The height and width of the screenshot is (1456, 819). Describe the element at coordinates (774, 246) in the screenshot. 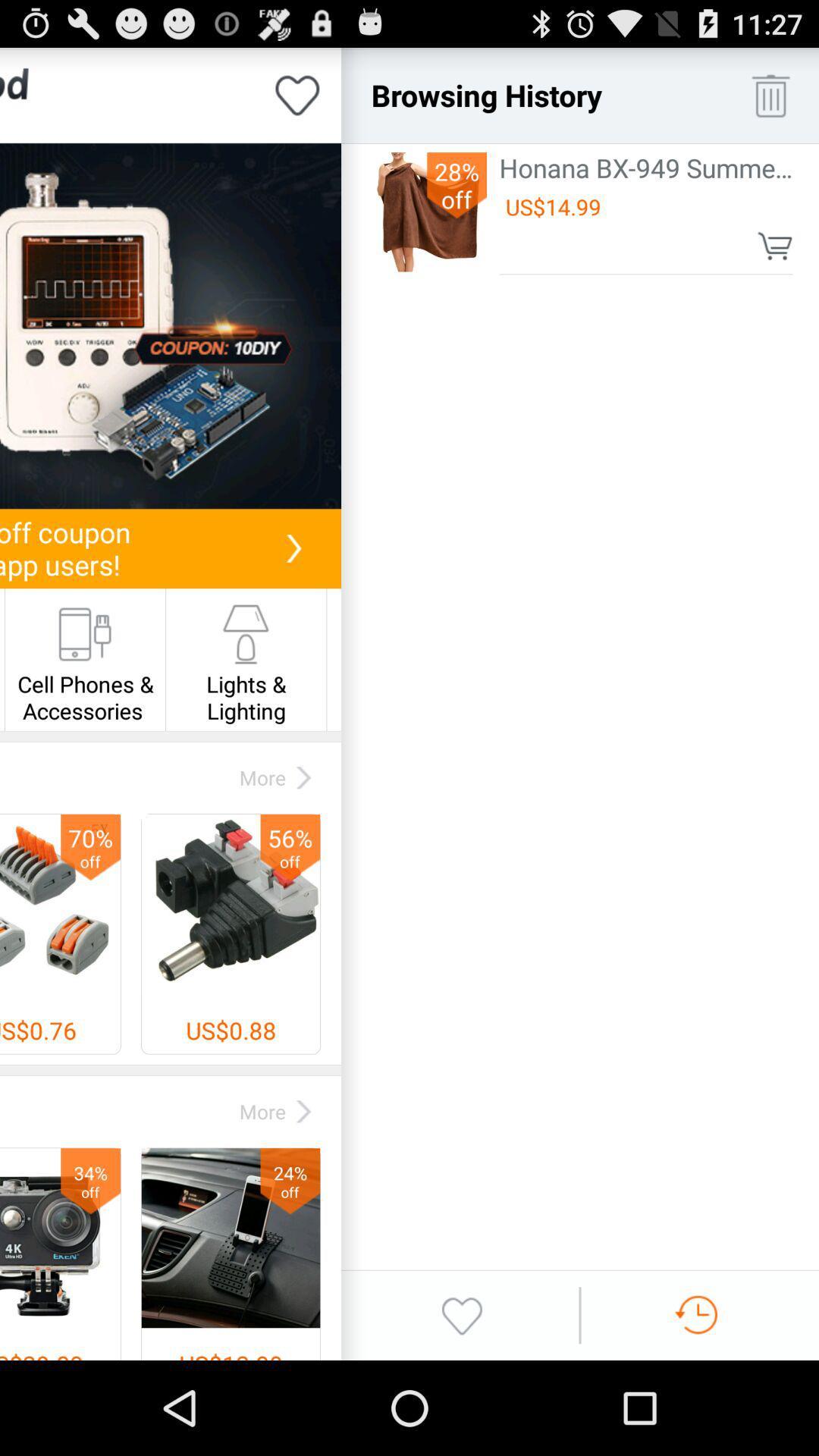

I see `the item to the cart` at that location.